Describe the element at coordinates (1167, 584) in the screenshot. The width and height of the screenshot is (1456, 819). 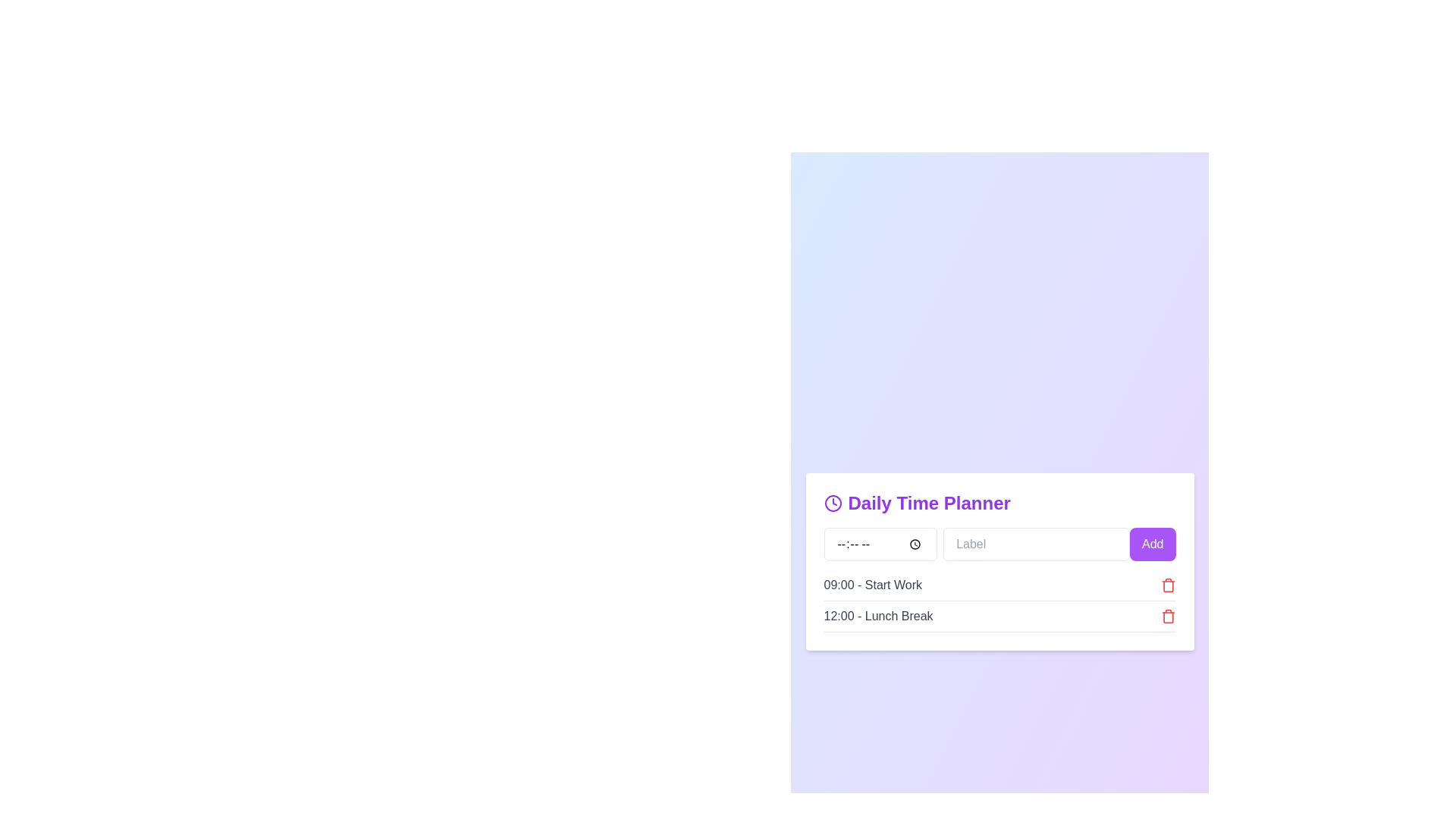
I see `the red trash can icon button located at the far right side of the '09:00 - Start Work' entry` at that location.